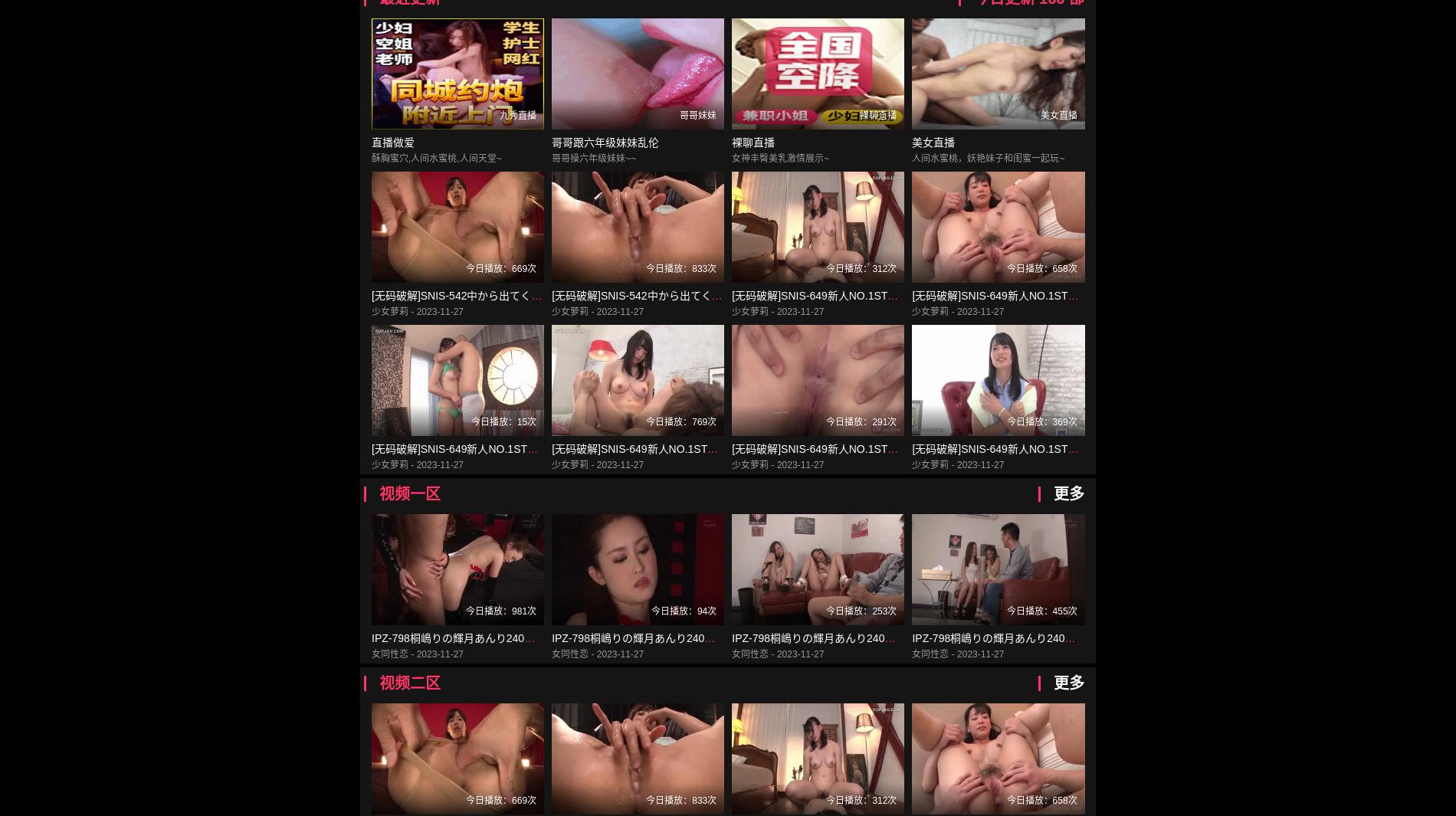 The image size is (1456, 816). What do you see at coordinates (1002, 638) in the screenshot?
I see `'IPZ-798桐嶋りの輝月あんり240分W本指名SPECIAL極上風俗4本番＋ピンサロ豪華共演驚愕の全6コース！第10集'` at bounding box center [1002, 638].